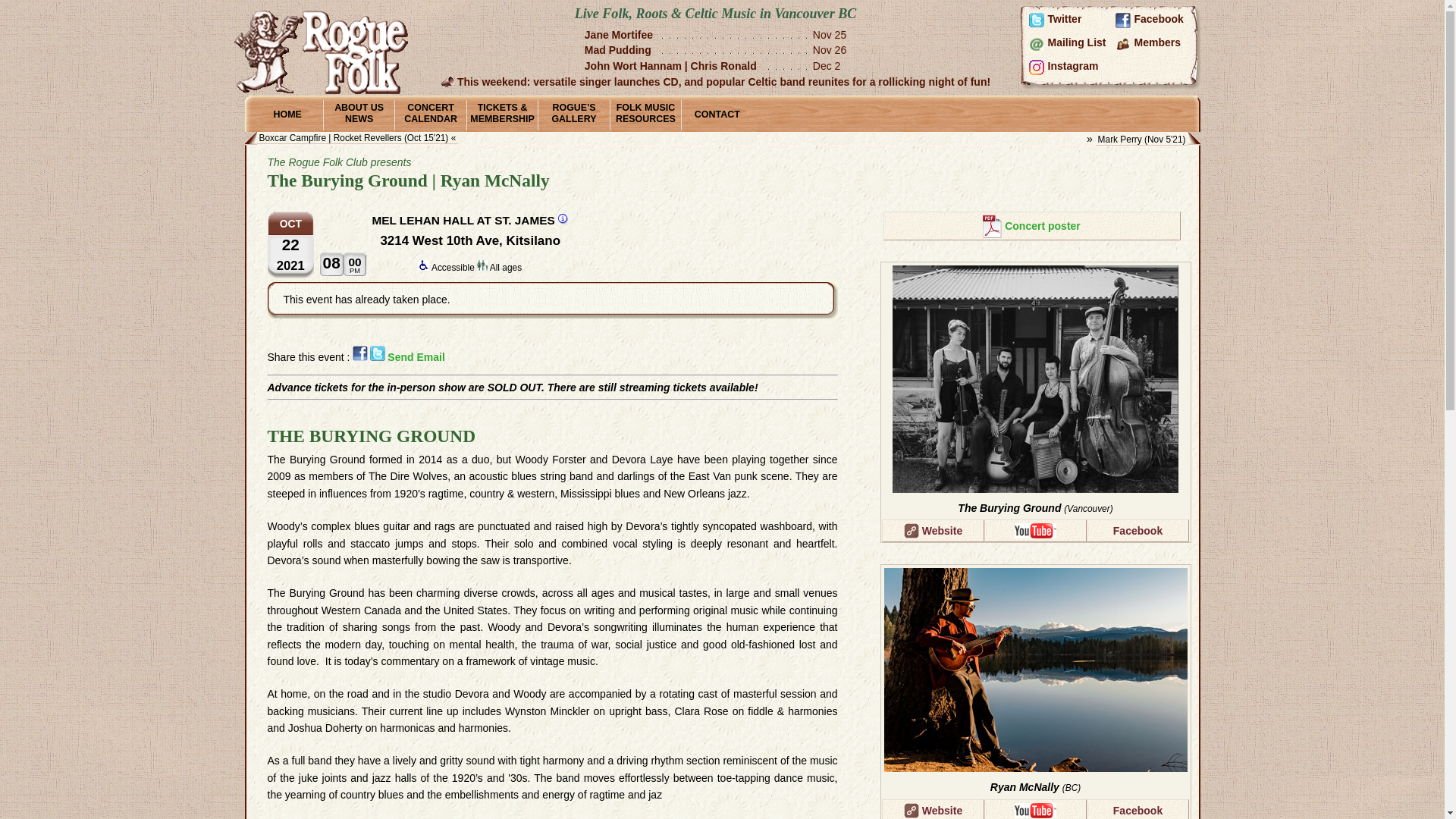 The height and width of the screenshot is (819, 1456). I want to click on 'FOLK MUSIC RESOURCES', so click(610, 114).